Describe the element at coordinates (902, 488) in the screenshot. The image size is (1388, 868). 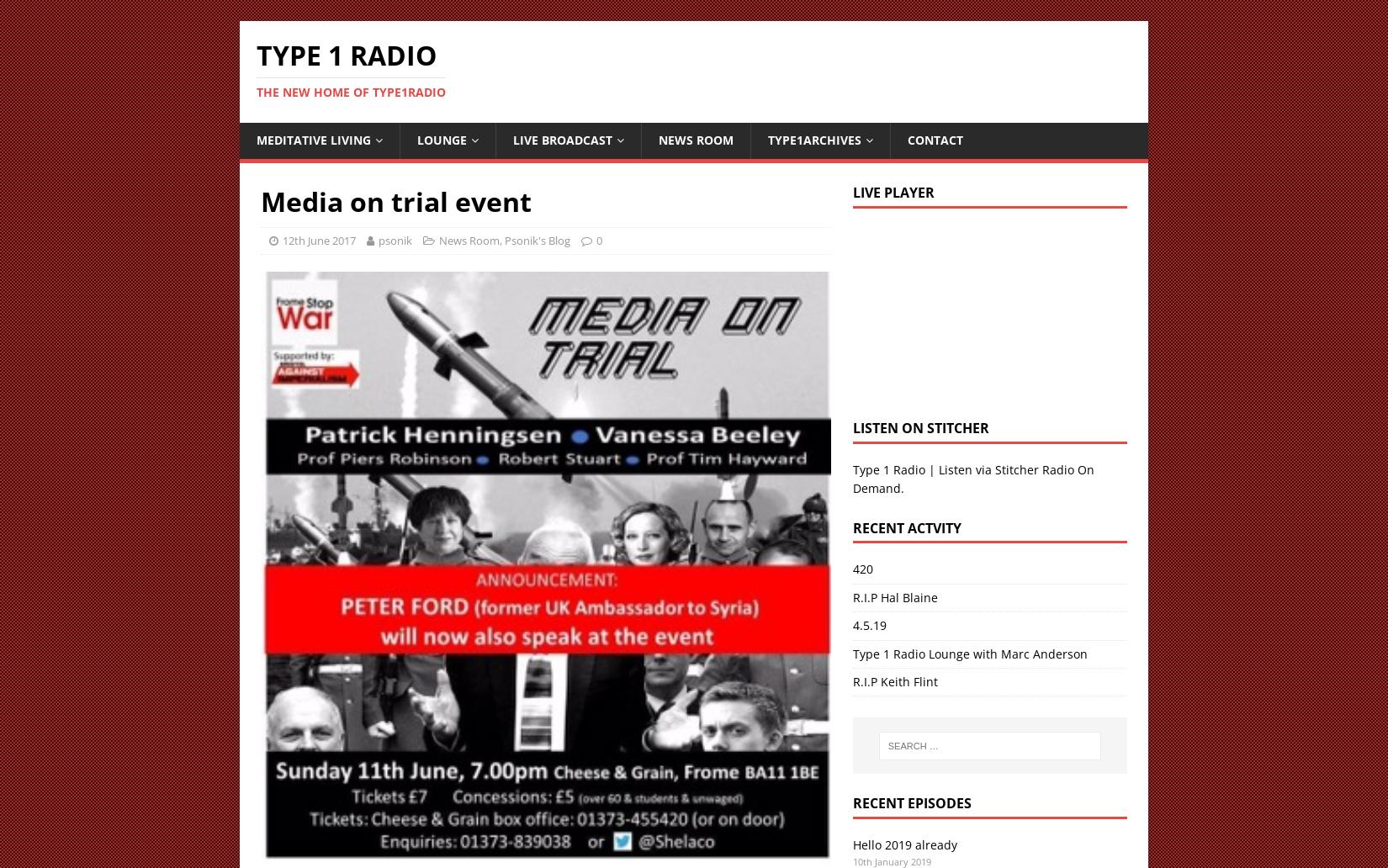
I see `'.'` at that location.